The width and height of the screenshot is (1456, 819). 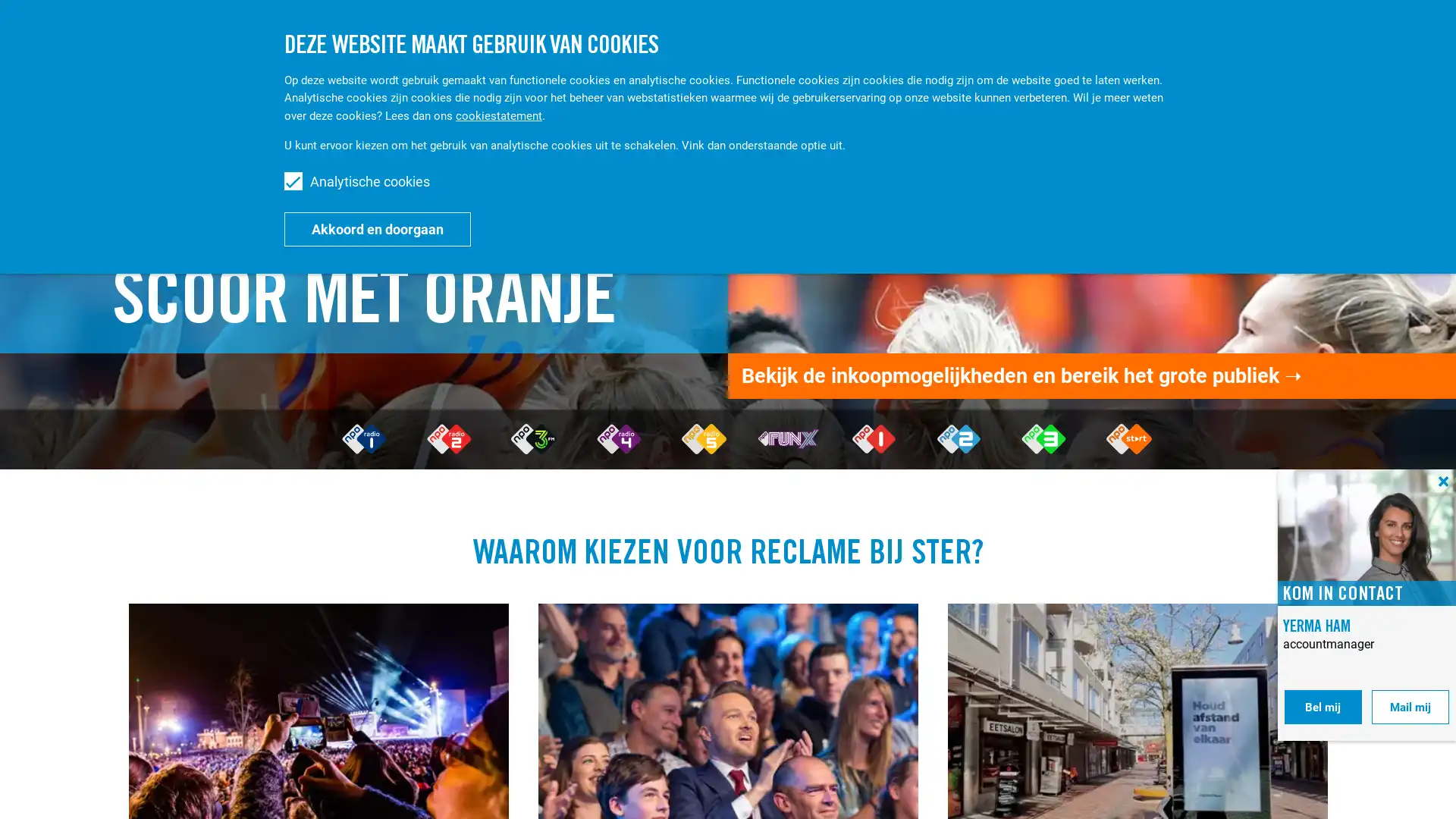 I want to click on Bel mij, so click(x=1322, y=707).